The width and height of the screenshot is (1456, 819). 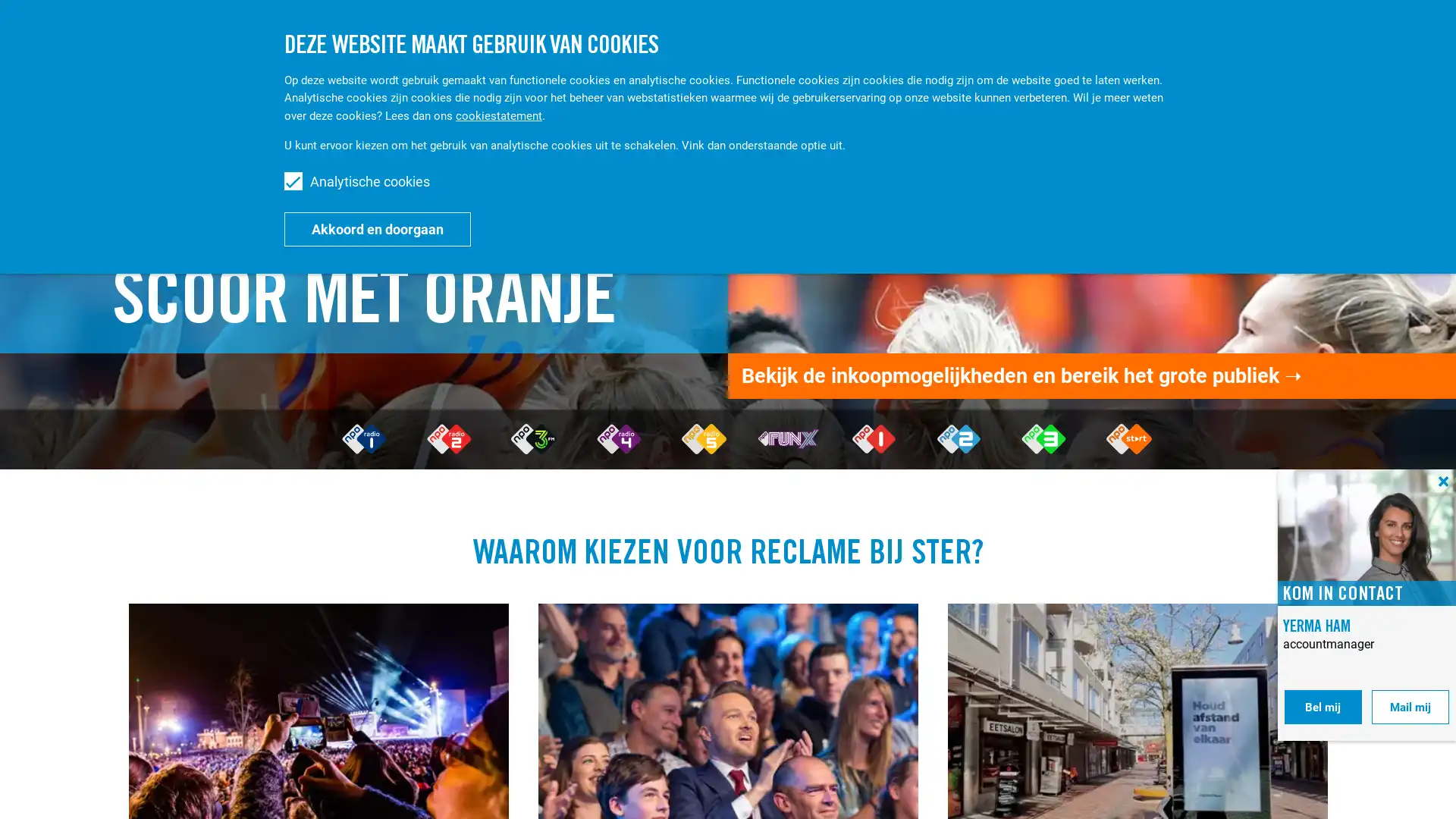 I want to click on Bel mij, so click(x=1322, y=707).